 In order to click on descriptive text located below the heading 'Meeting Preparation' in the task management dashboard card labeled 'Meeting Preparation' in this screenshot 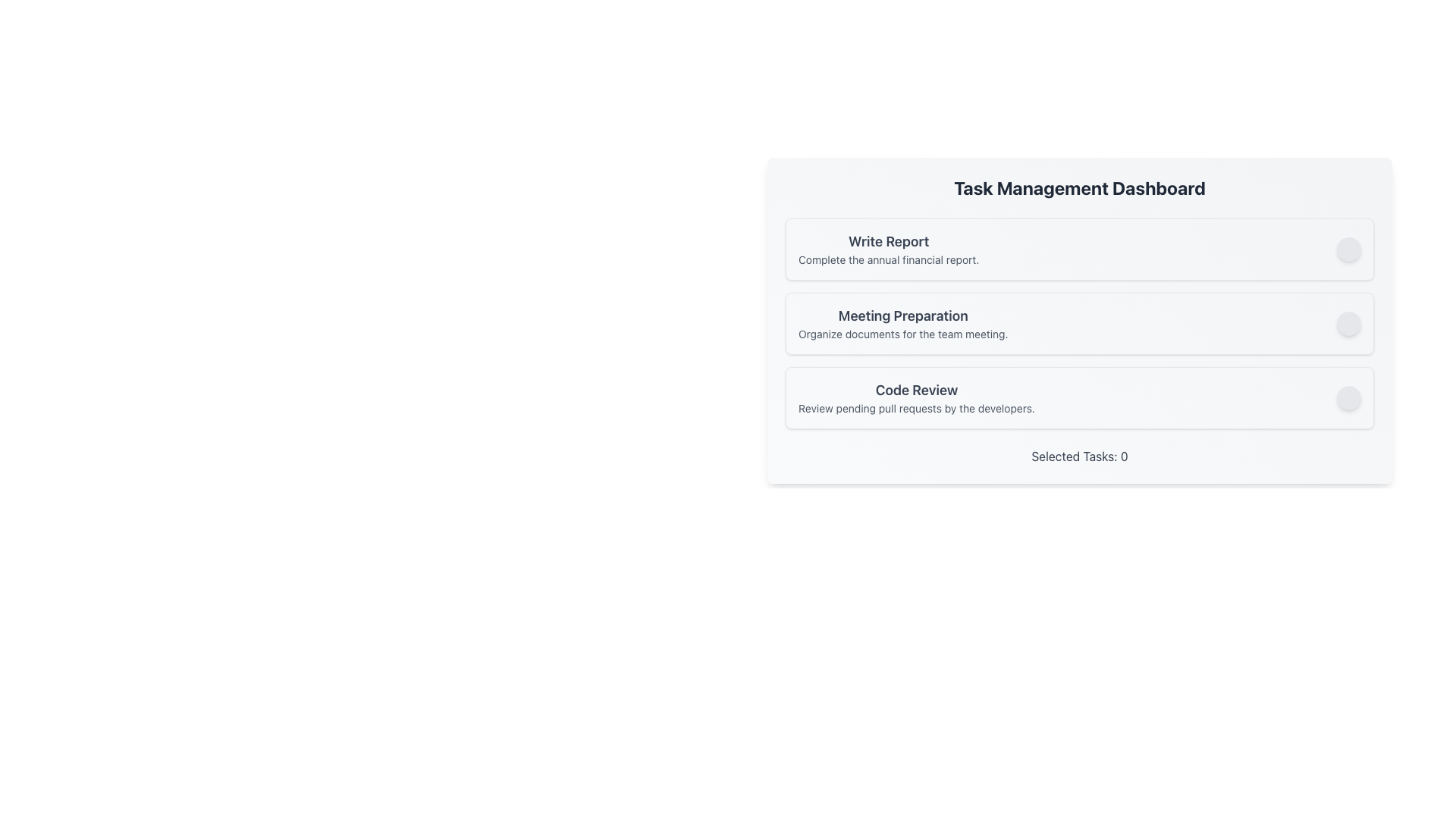, I will do `click(903, 333)`.